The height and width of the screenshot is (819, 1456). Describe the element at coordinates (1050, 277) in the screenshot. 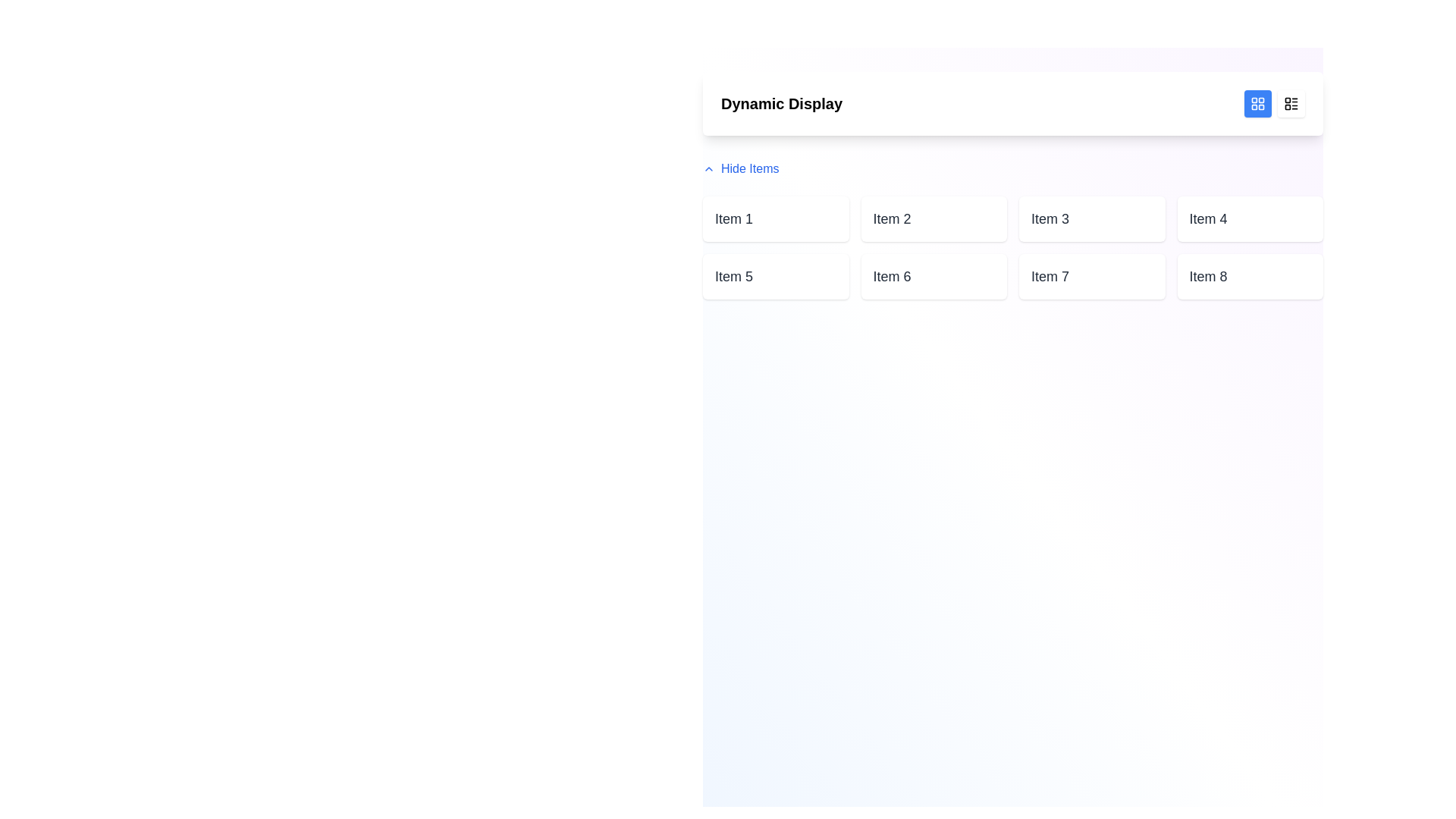

I see `the text label located in the second row and third column of the grid, which serves as an identifier for a specific item` at that location.